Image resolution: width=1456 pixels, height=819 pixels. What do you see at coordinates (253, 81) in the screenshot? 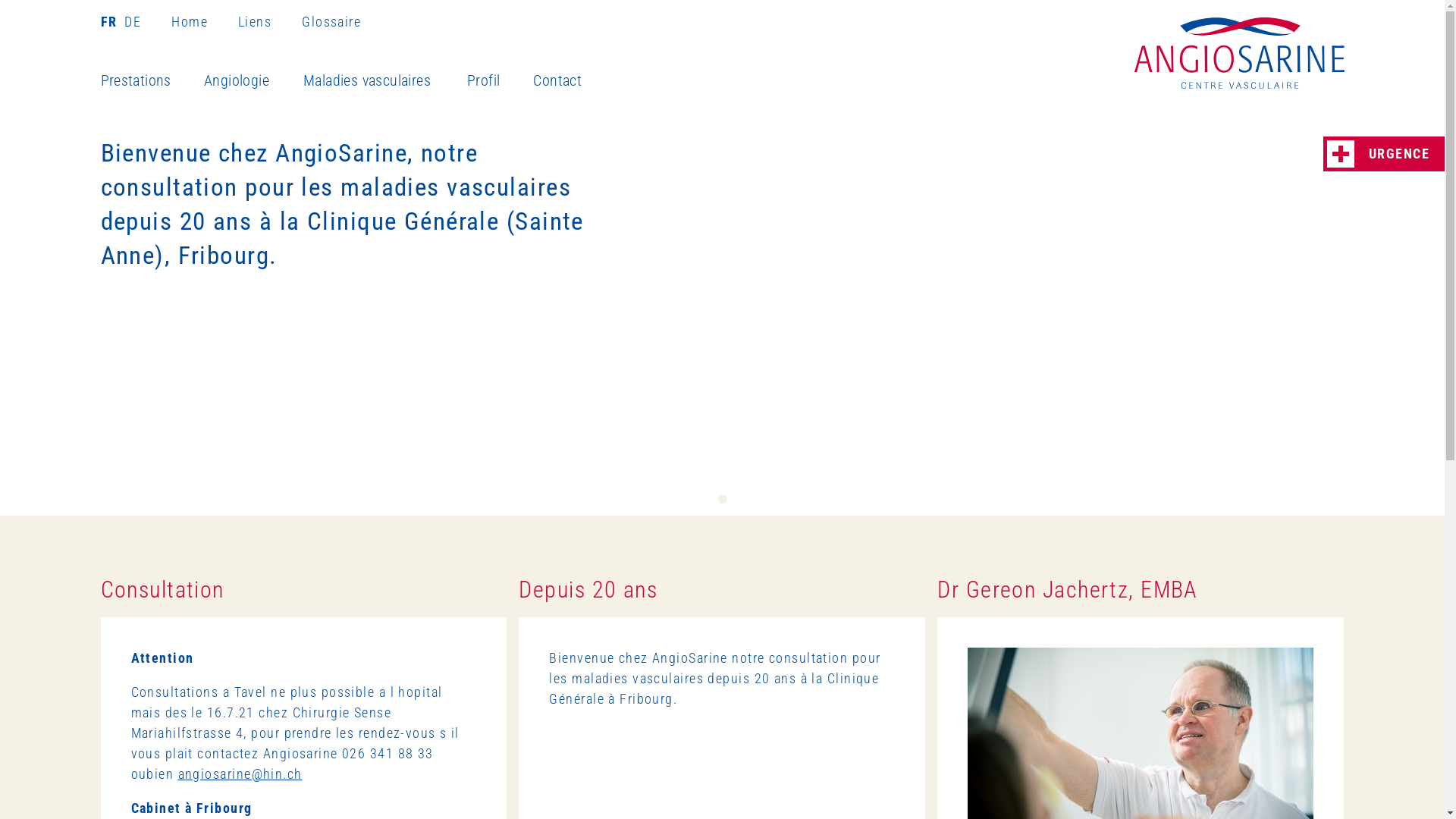
I see `'Angiologie'` at bounding box center [253, 81].